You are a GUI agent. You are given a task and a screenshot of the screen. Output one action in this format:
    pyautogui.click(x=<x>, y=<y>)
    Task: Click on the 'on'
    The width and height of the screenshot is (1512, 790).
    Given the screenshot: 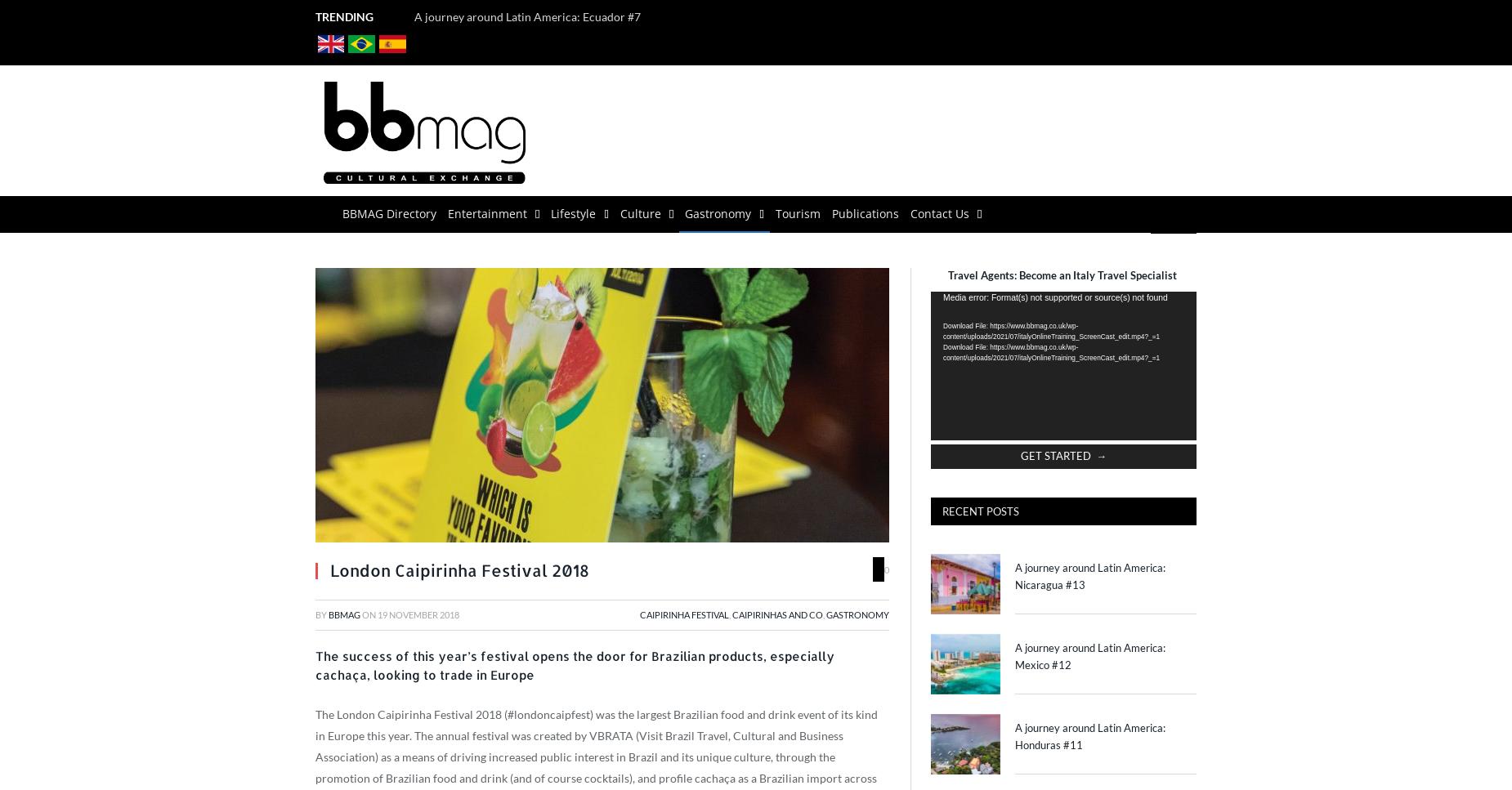 What is the action you would take?
    pyautogui.click(x=369, y=614)
    